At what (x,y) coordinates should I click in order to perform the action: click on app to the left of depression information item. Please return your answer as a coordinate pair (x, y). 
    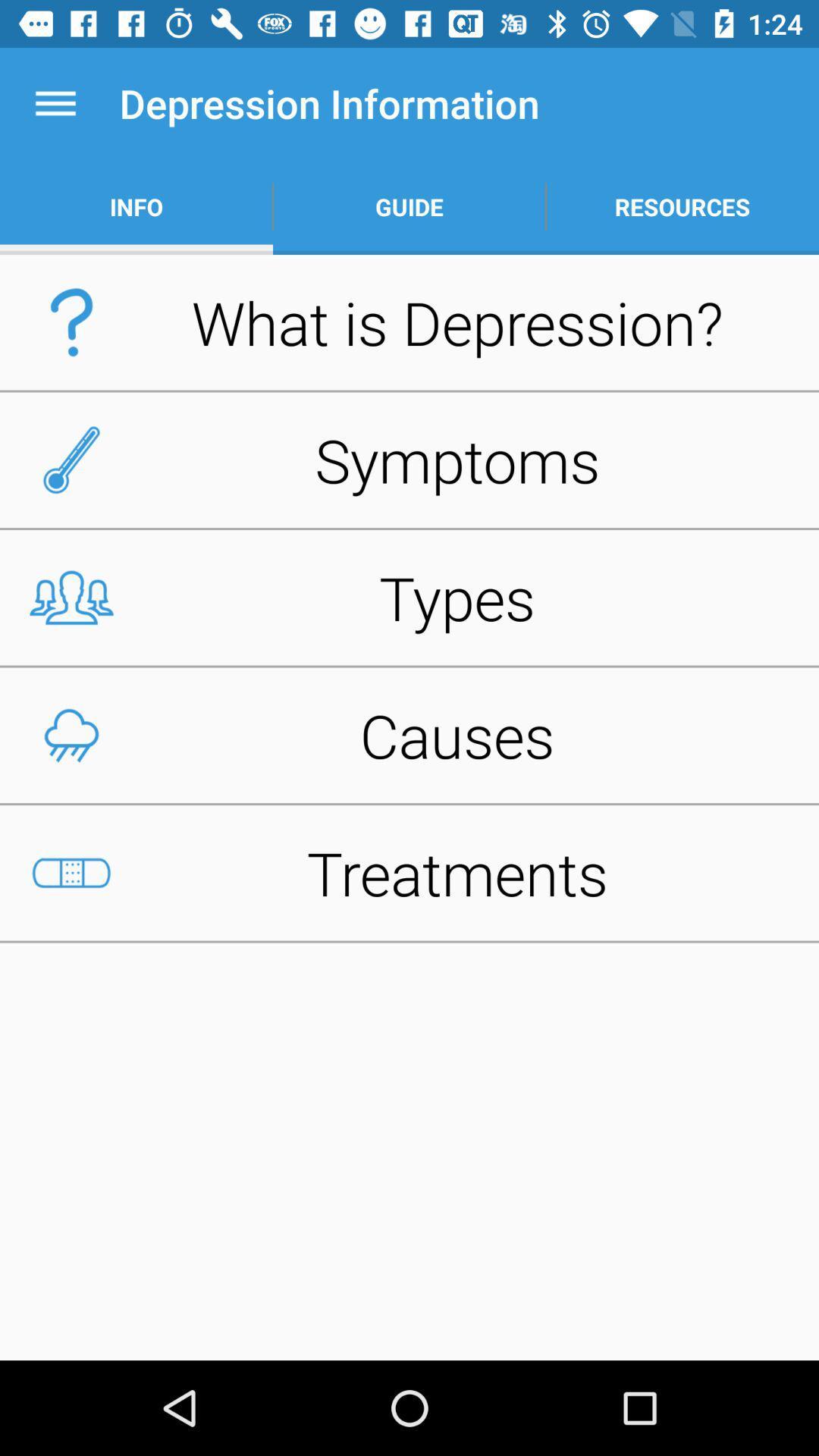
    Looking at the image, I should click on (55, 102).